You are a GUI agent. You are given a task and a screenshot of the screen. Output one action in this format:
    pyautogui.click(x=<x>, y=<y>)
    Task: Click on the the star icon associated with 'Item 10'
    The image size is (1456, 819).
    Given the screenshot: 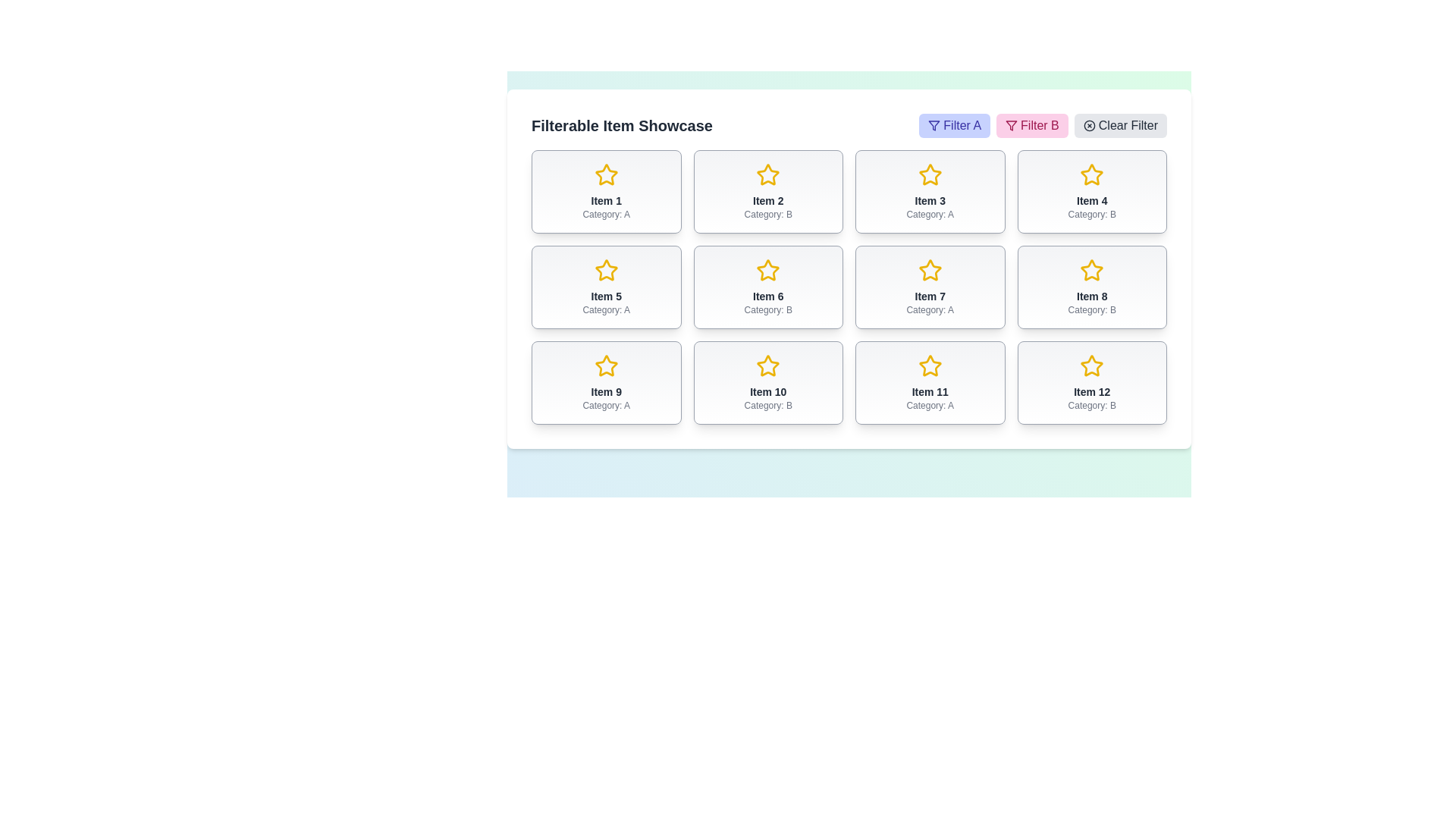 What is the action you would take?
    pyautogui.click(x=767, y=366)
    